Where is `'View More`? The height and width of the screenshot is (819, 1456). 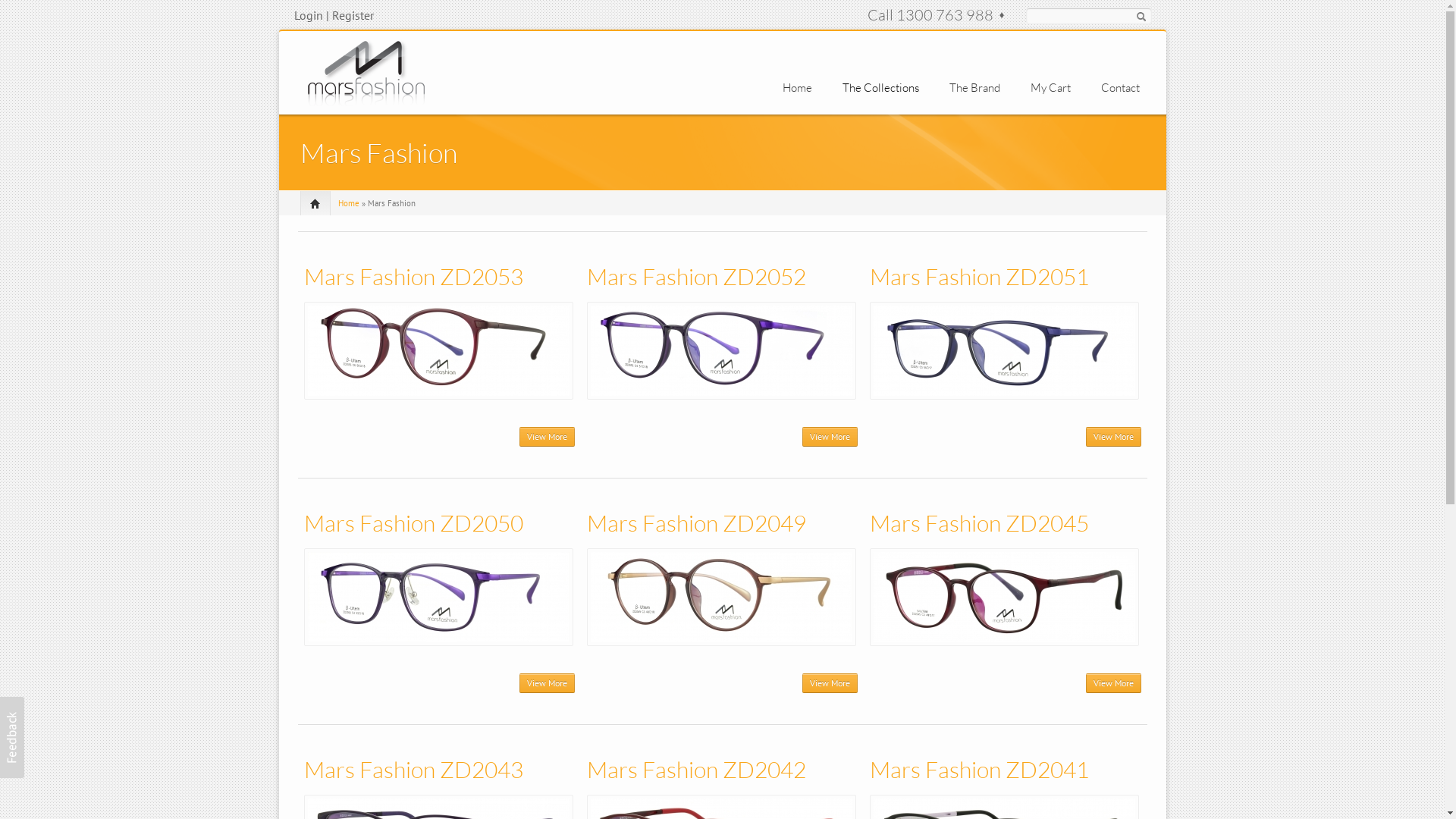
'View More is located at coordinates (546, 436).